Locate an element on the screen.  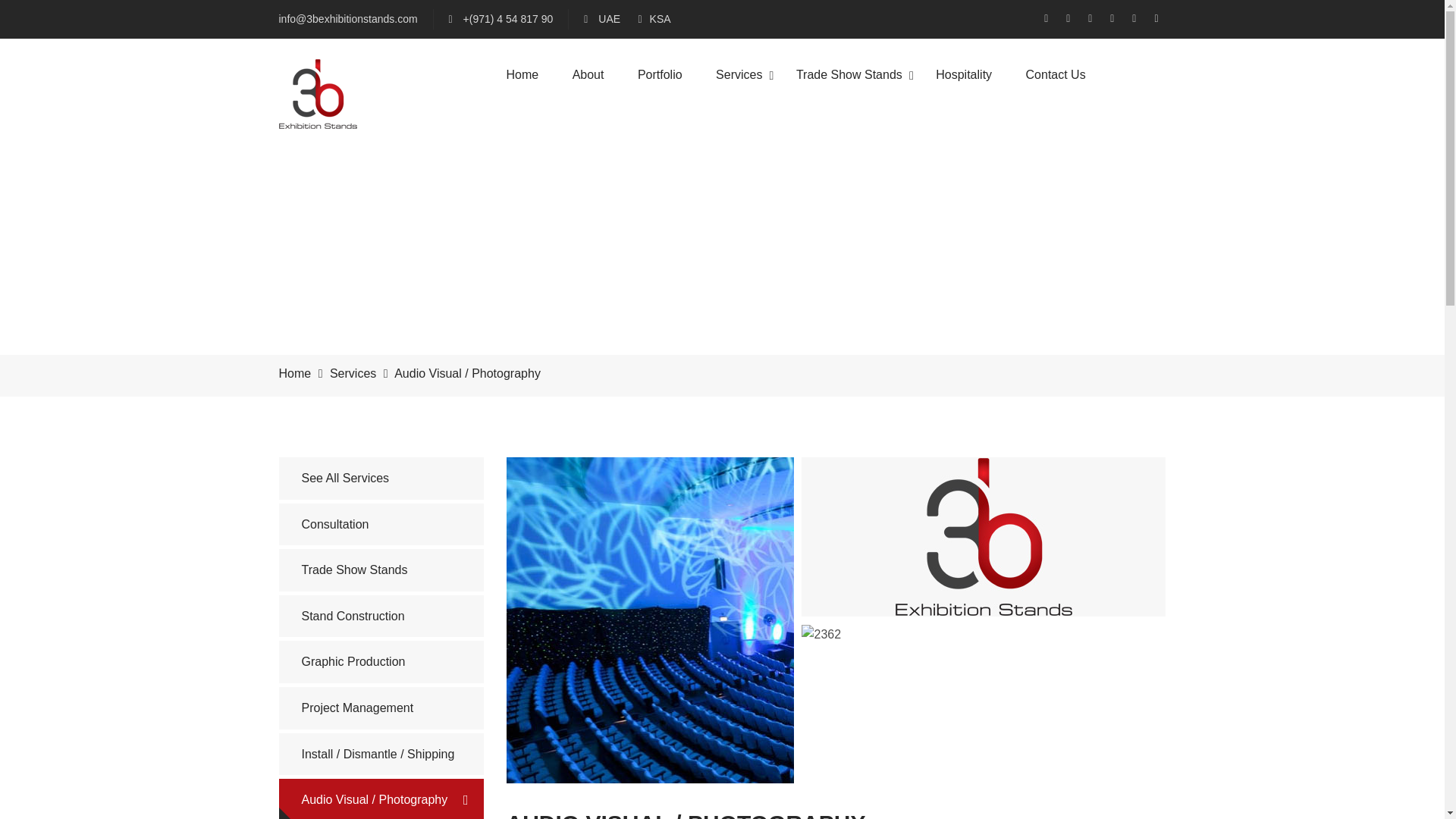
'KSA' is located at coordinates (660, 18).